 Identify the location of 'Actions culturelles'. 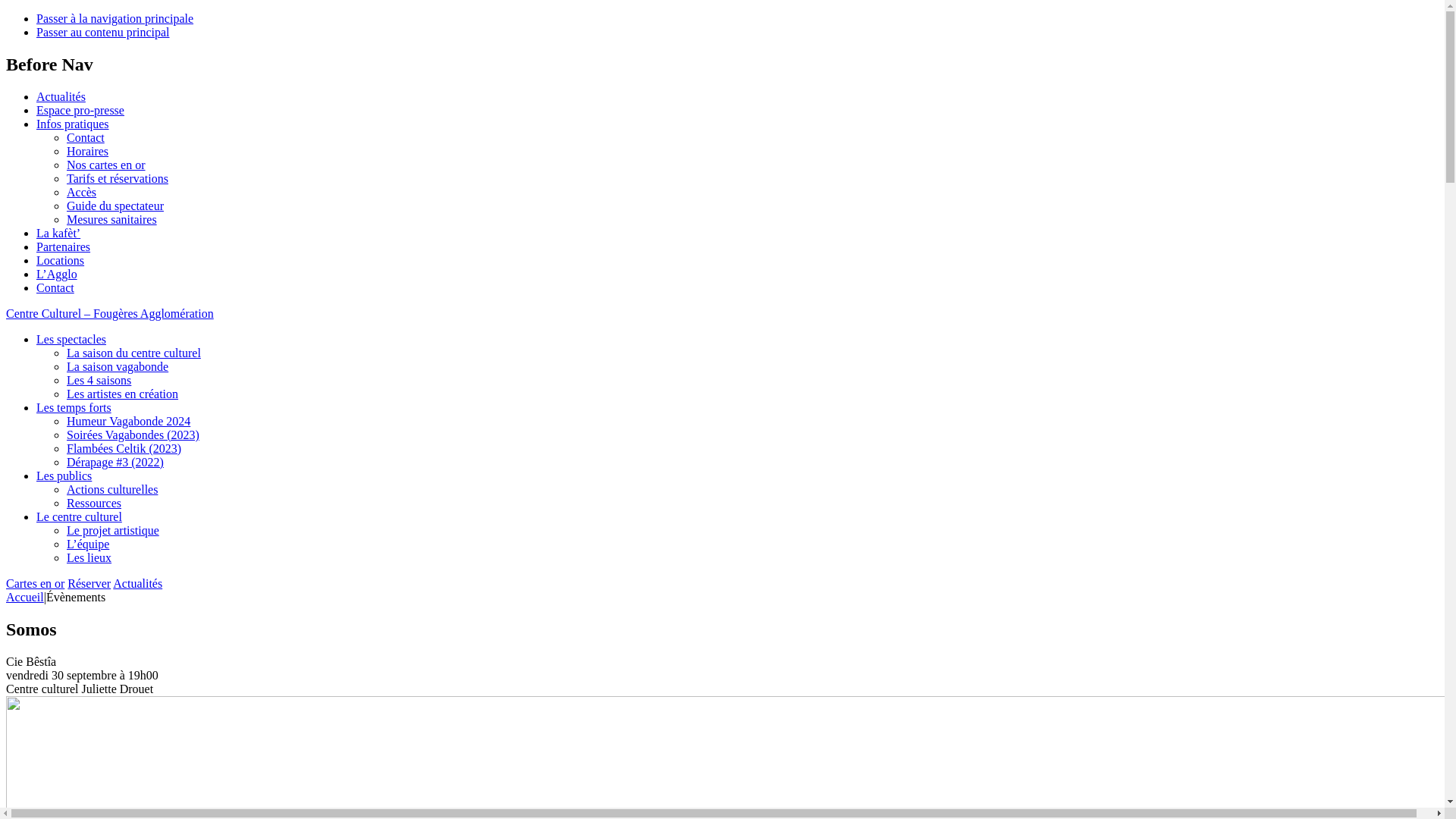
(111, 489).